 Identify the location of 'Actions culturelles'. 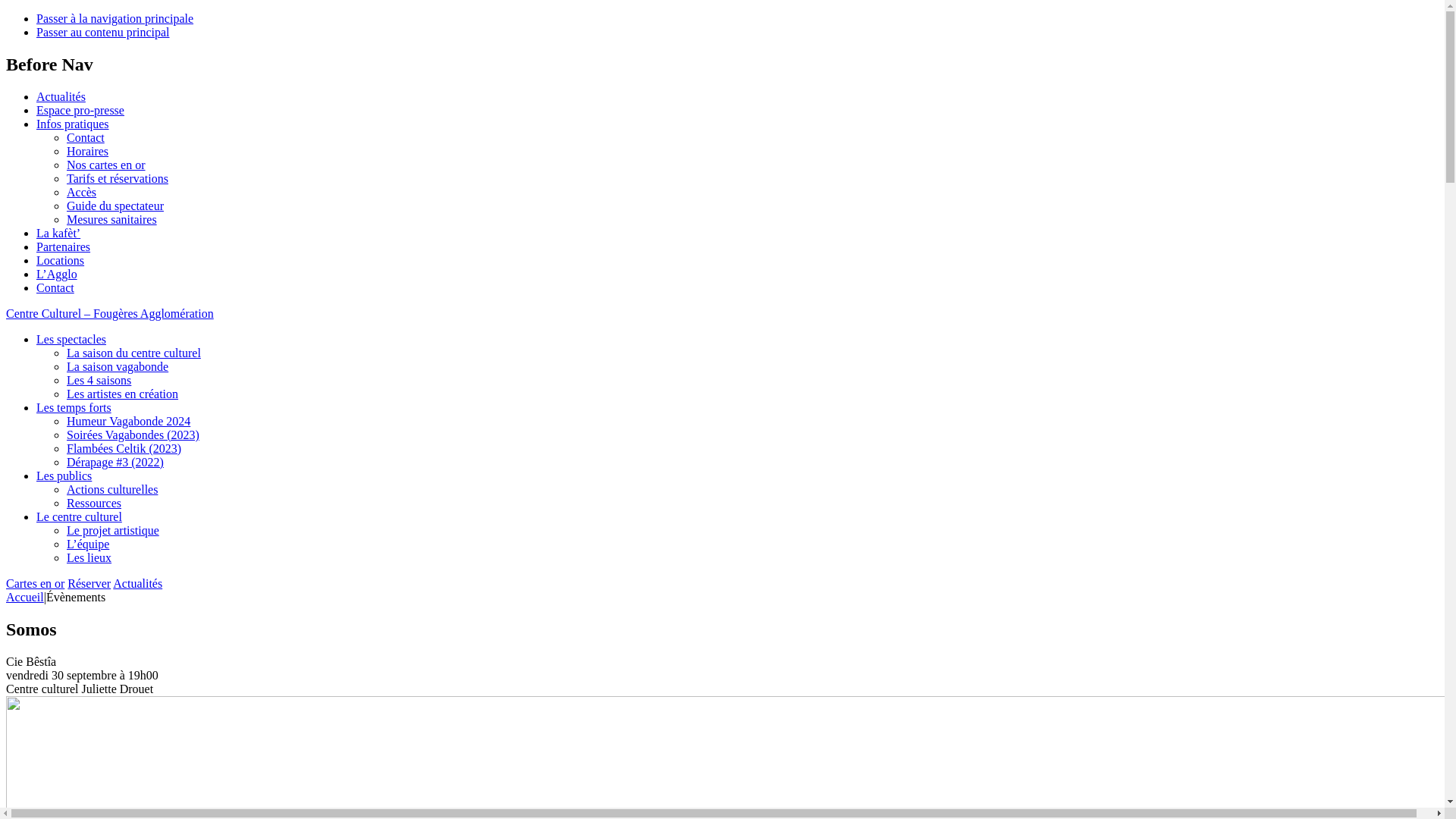
(111, 489).